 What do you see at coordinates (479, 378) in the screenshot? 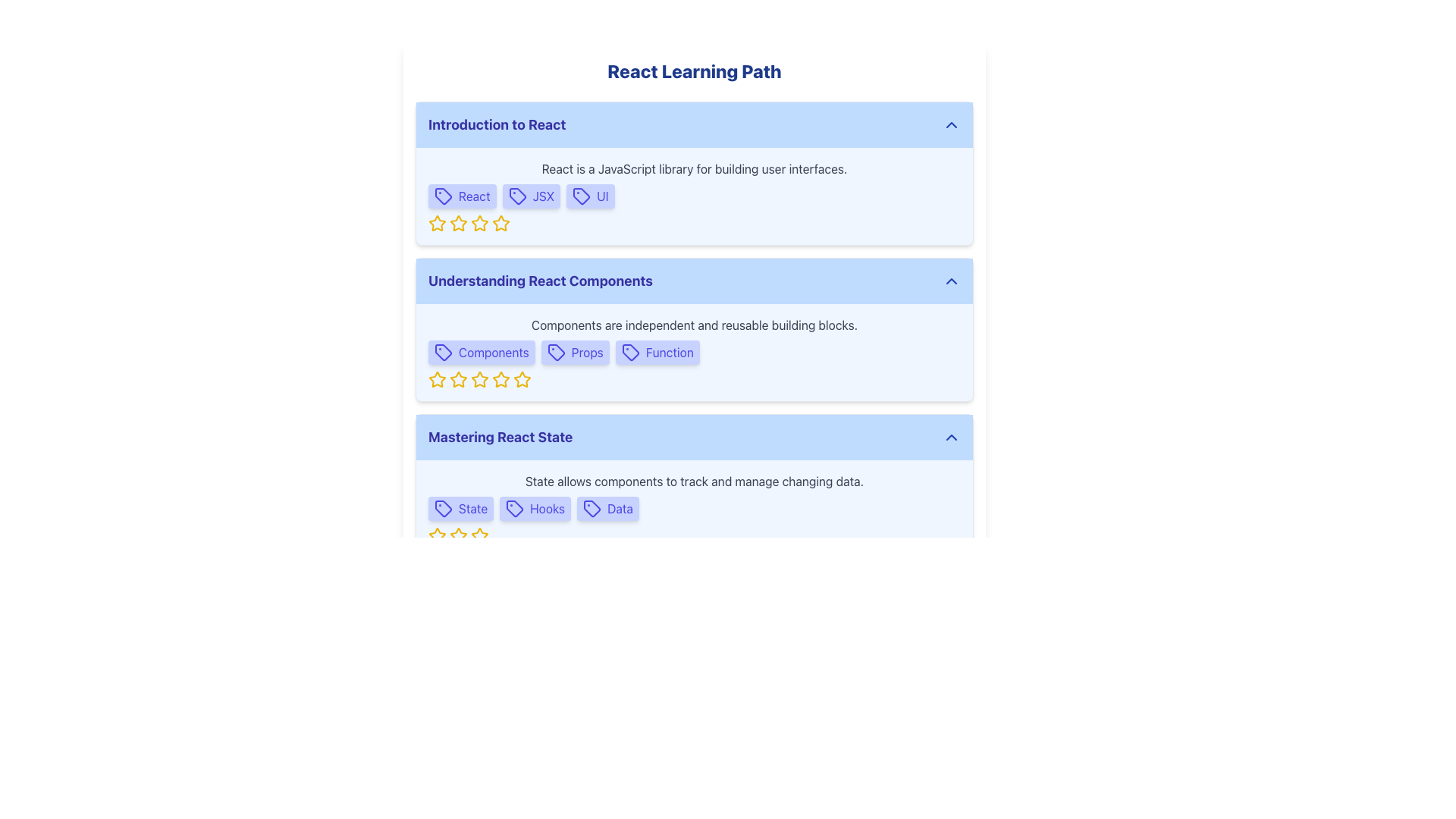
I see `the third star icon` at bounding box center [479, 378].